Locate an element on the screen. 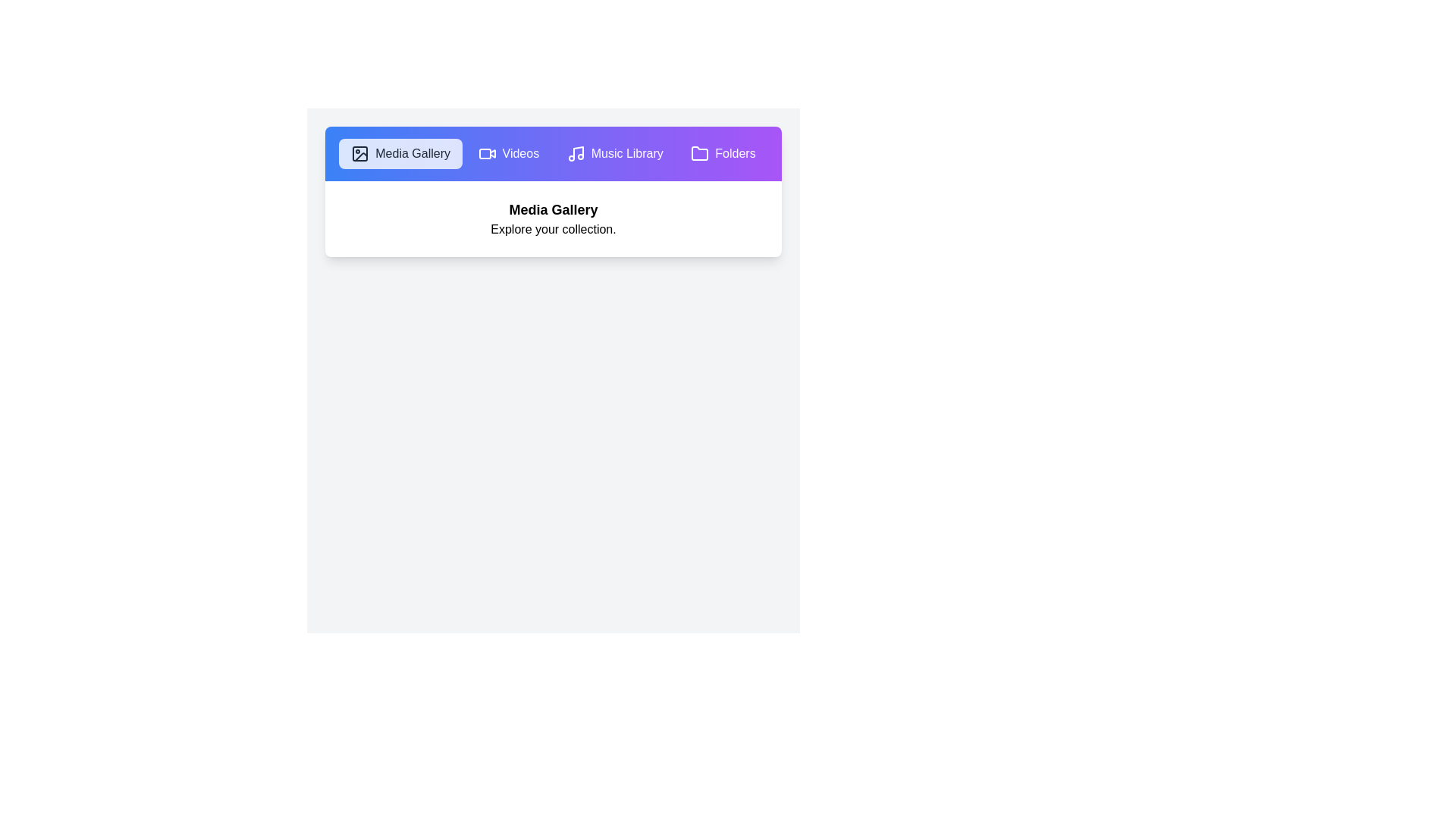 This screenshot has width=1456, height=819. the bolded text label displaying 'Media Gallery' located near the top-center of the interface, above the text 'Explore your collection.' is located at coordinates (552, 210).